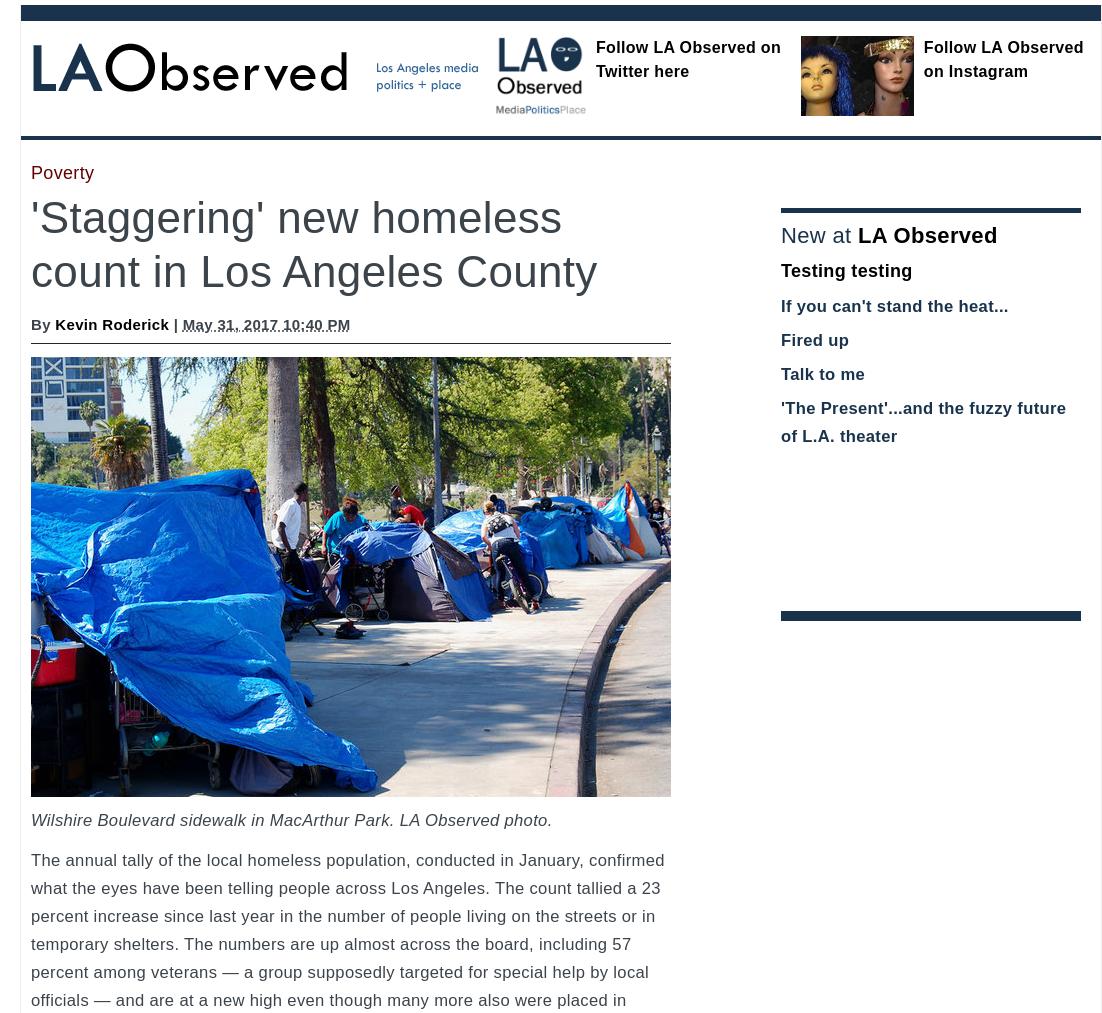 The width and height of the screenshot is (1102, 1013). Describe the element at coordinates (687, 58) in the screenshot. I see `'Follow LA Observed on Twitter here'` at that location.